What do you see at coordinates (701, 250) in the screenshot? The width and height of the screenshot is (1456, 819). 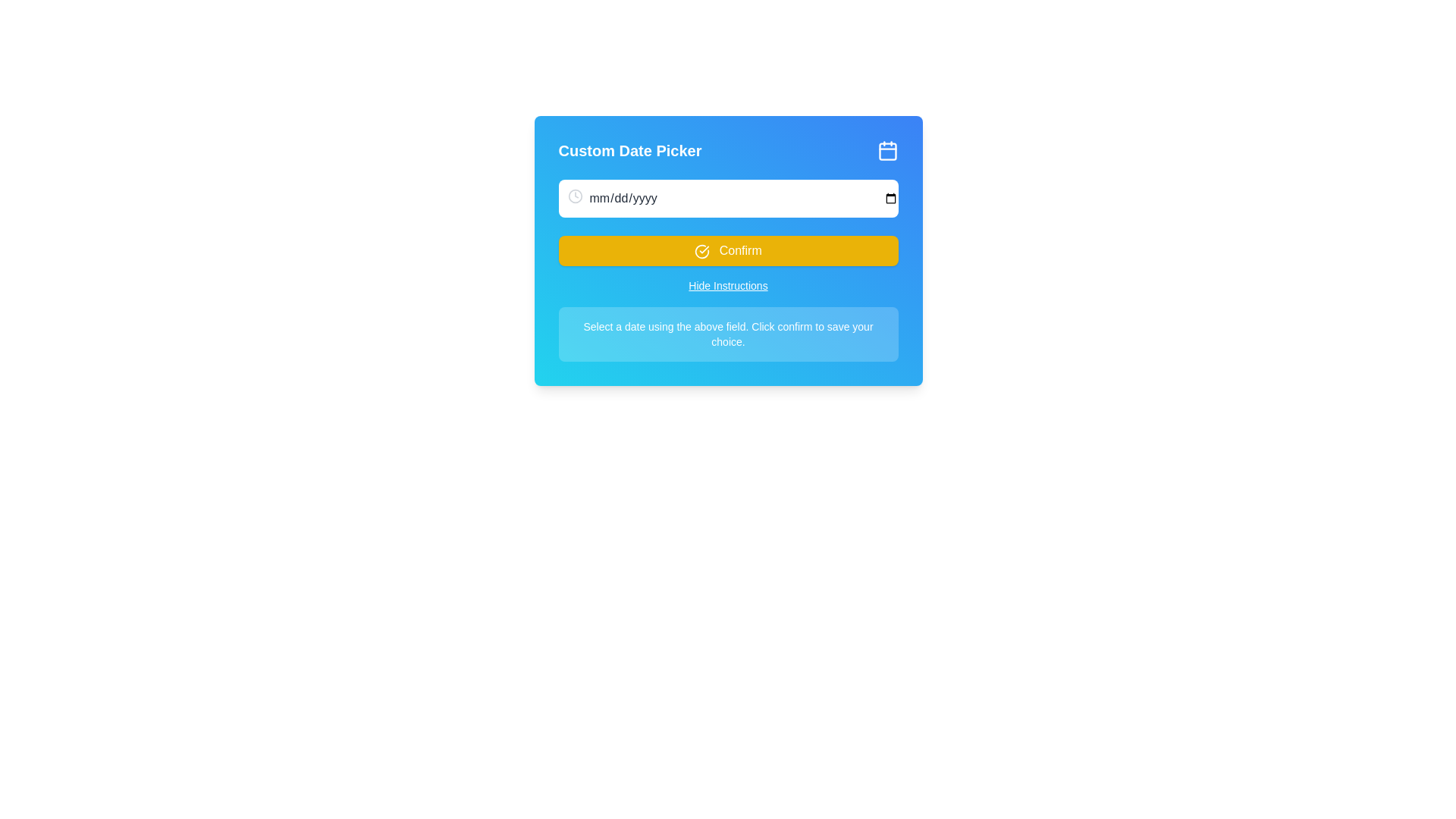 I see `the checkmark icon that indicates confirmation, located to the left of the 'Confirm' button` at bounding box center [701, 250].